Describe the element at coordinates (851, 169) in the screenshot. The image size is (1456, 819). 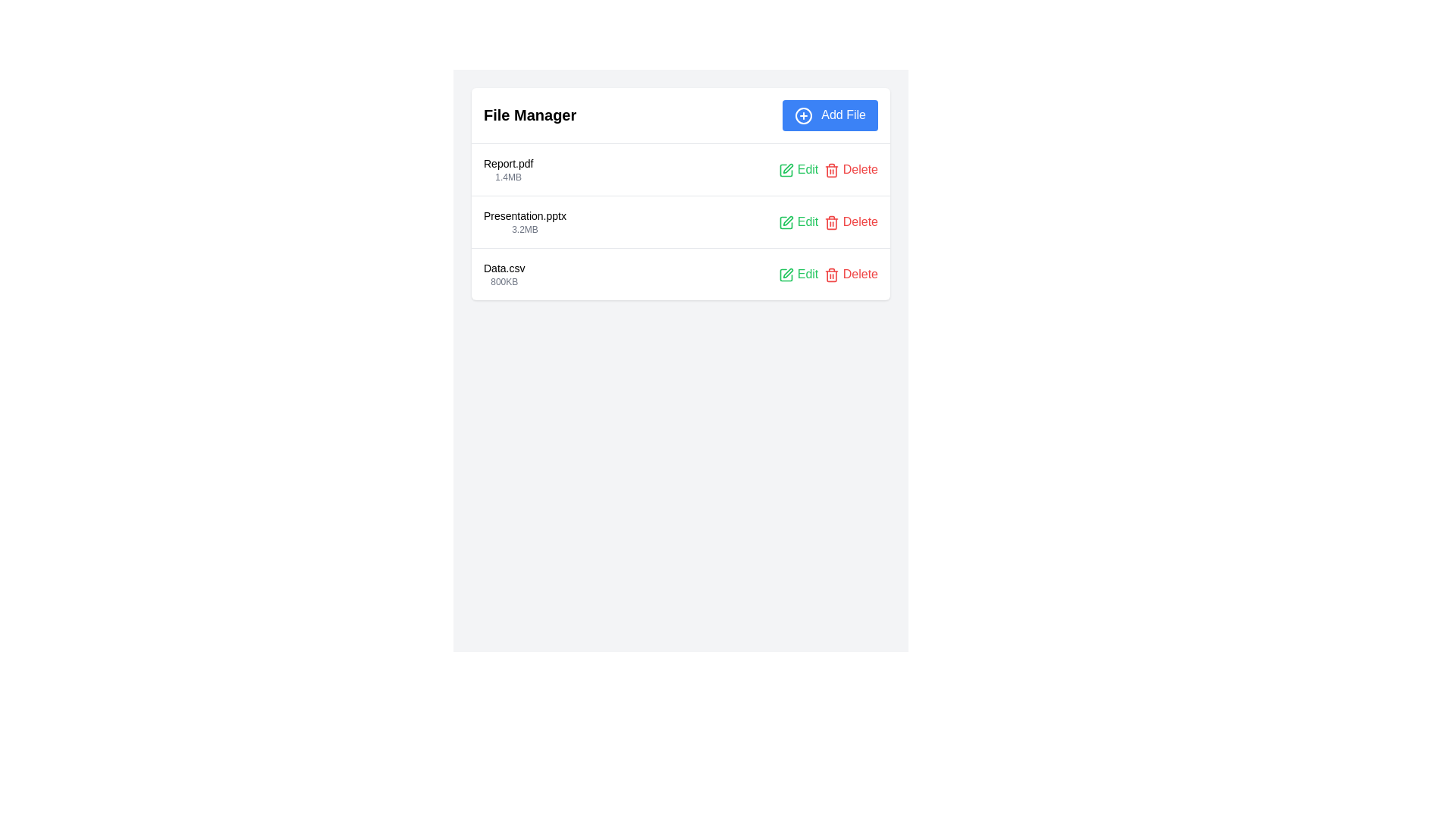
I see `the delete button located to the right of the 'Edit' button in the file manager interface` at that location.